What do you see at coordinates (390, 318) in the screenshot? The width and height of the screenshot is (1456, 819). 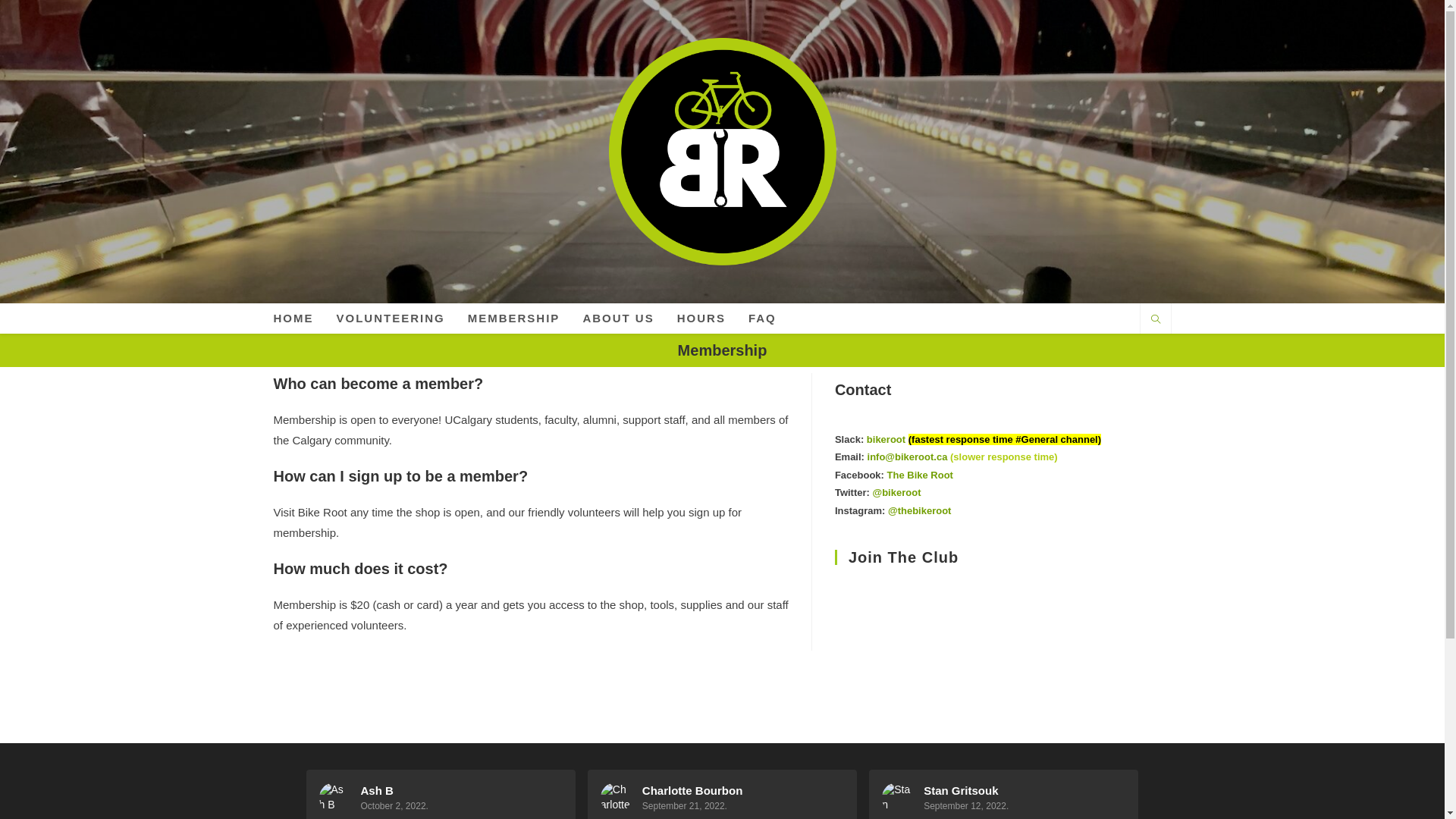 I see `'VOLUNTEERING'` at bounding box center [390, 318].